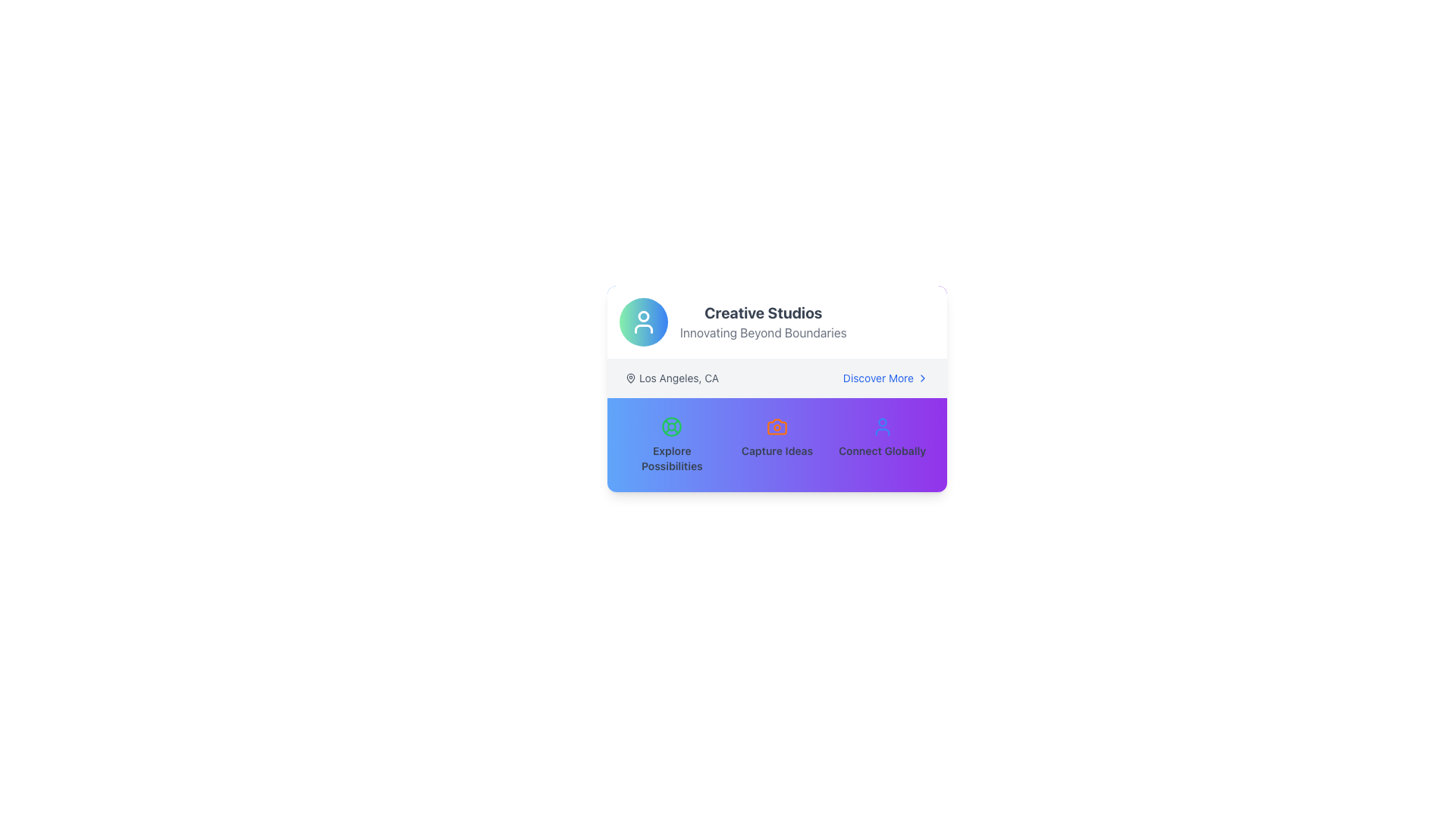  What do you see at coordinates (671, 427) in the screenshot?
I see `the outermost circular outline of the life-buoy icon with a green stroke located in the 'Explore Possibilities' section of the card in the bottom-left corner of the interface` at bounding box center [671, 427].